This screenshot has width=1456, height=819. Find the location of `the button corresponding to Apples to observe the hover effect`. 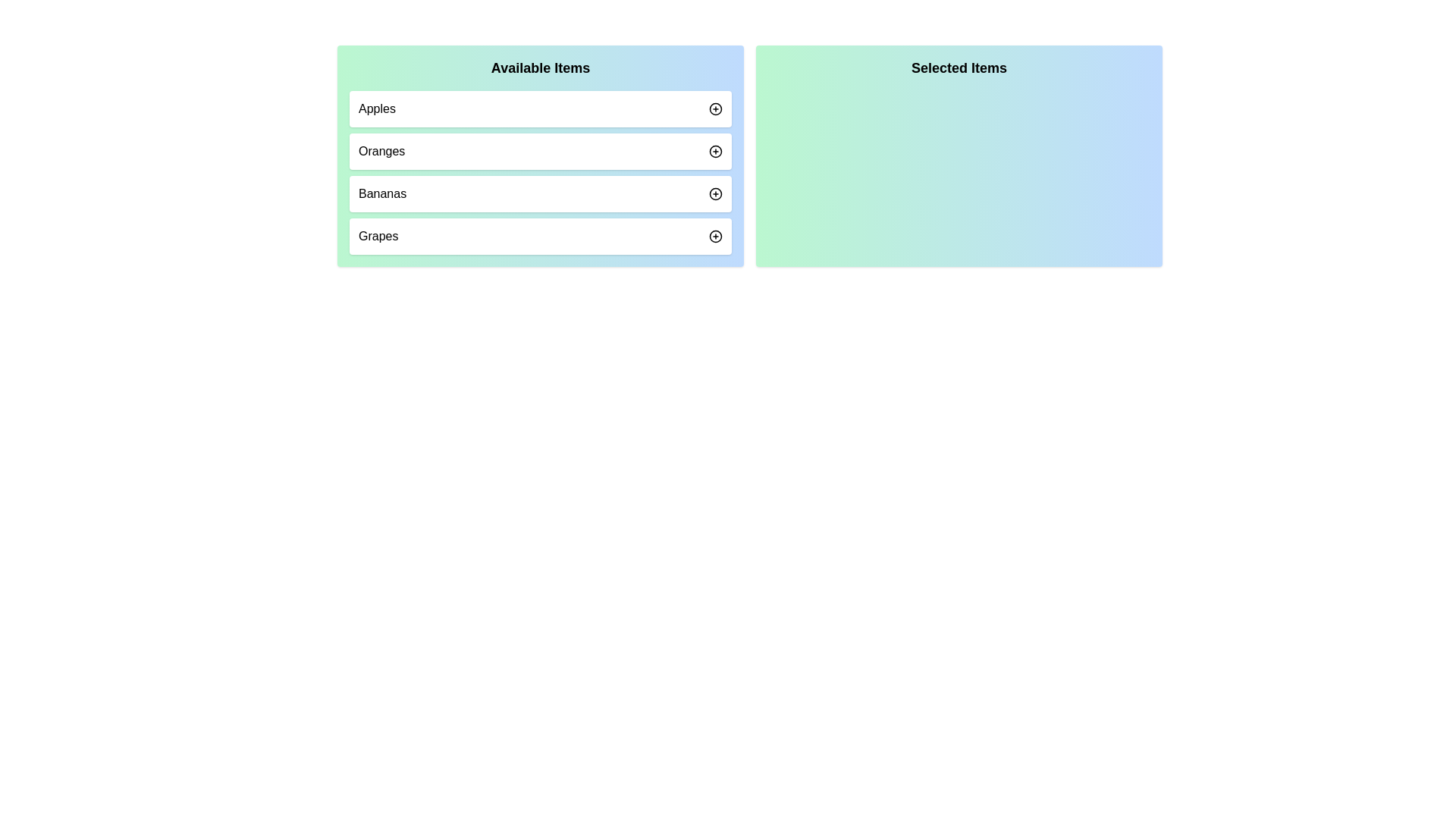

the button corresponding to Apples to observe the hover effect is located at coordinates (715, 108).